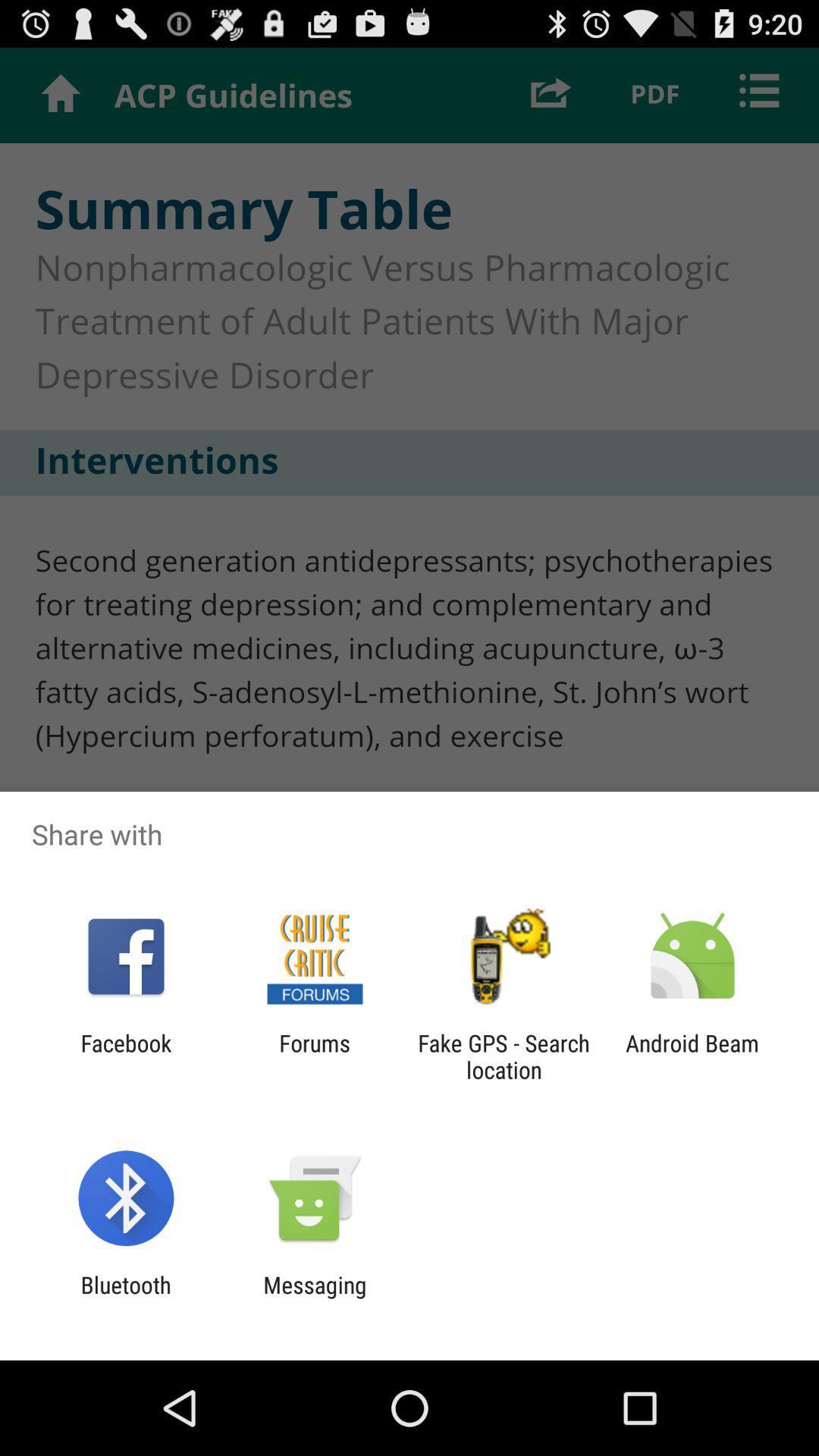 This screenshot has height=1456, width=819. What do you see at coordinates (314, 1298) in the screenshot?
I see `the icon to the right of the bluetooth` at bounding box center [314, 1298].